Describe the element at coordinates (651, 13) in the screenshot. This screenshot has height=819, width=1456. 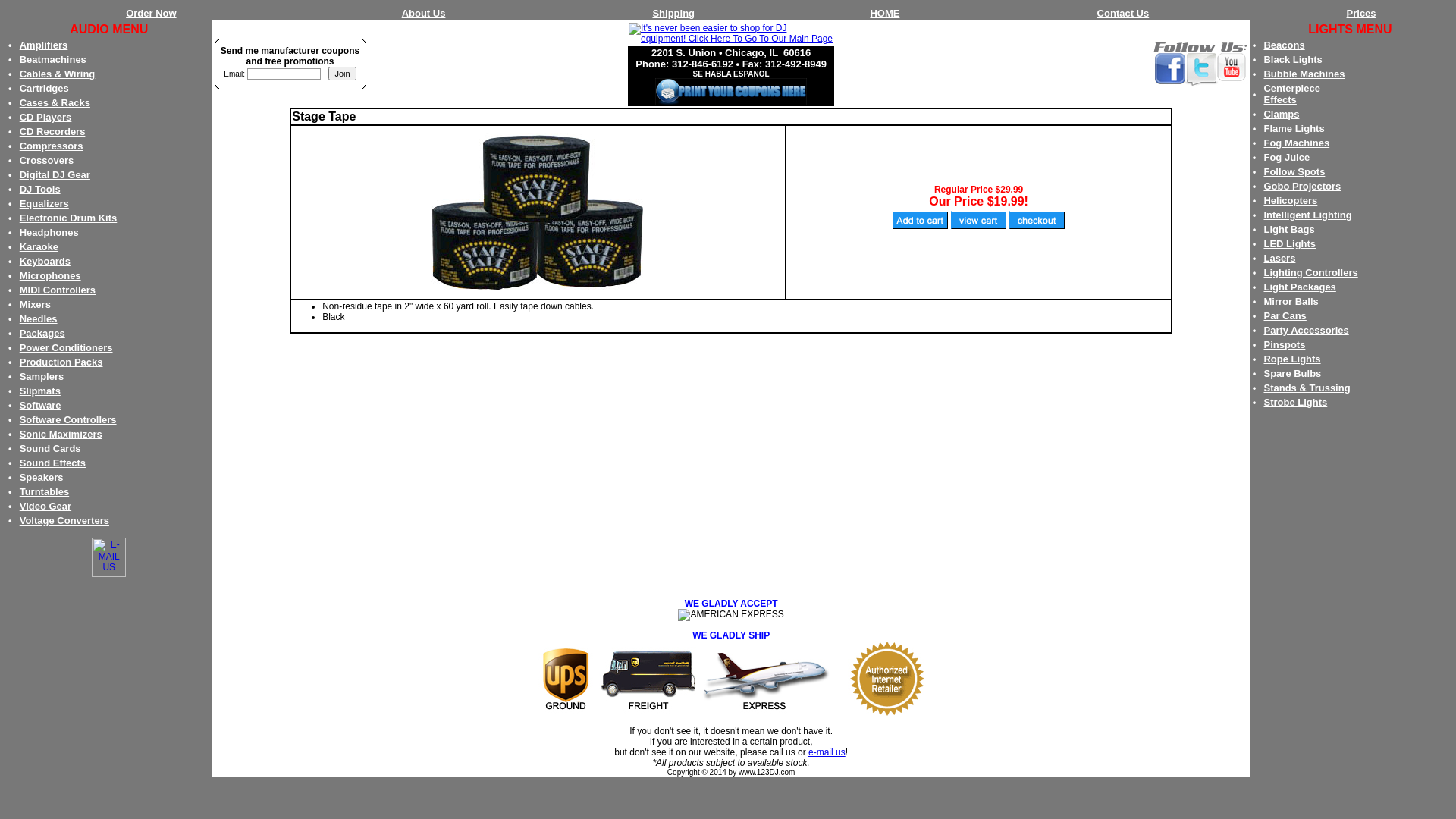
I see `'Shipping'` at that location.